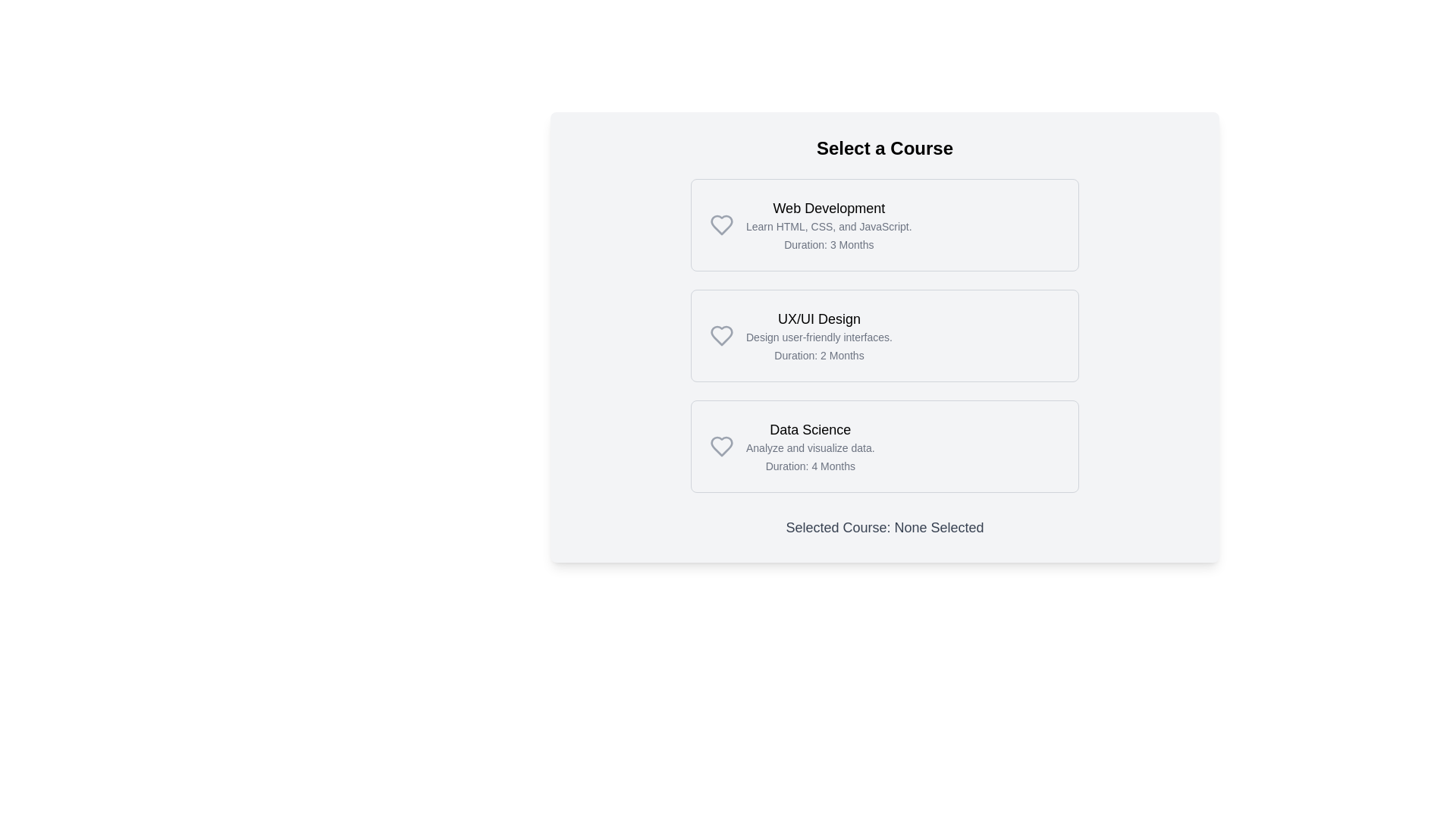 Image resolution: width=1456 pixels, height=819 pixels. Describe the element at coordinates (818, 318) in the screenshot. I see `the text label displaying 'UX/UI Design' located at the top of the second course description box to interact with adjacent buttons or links` at that location.